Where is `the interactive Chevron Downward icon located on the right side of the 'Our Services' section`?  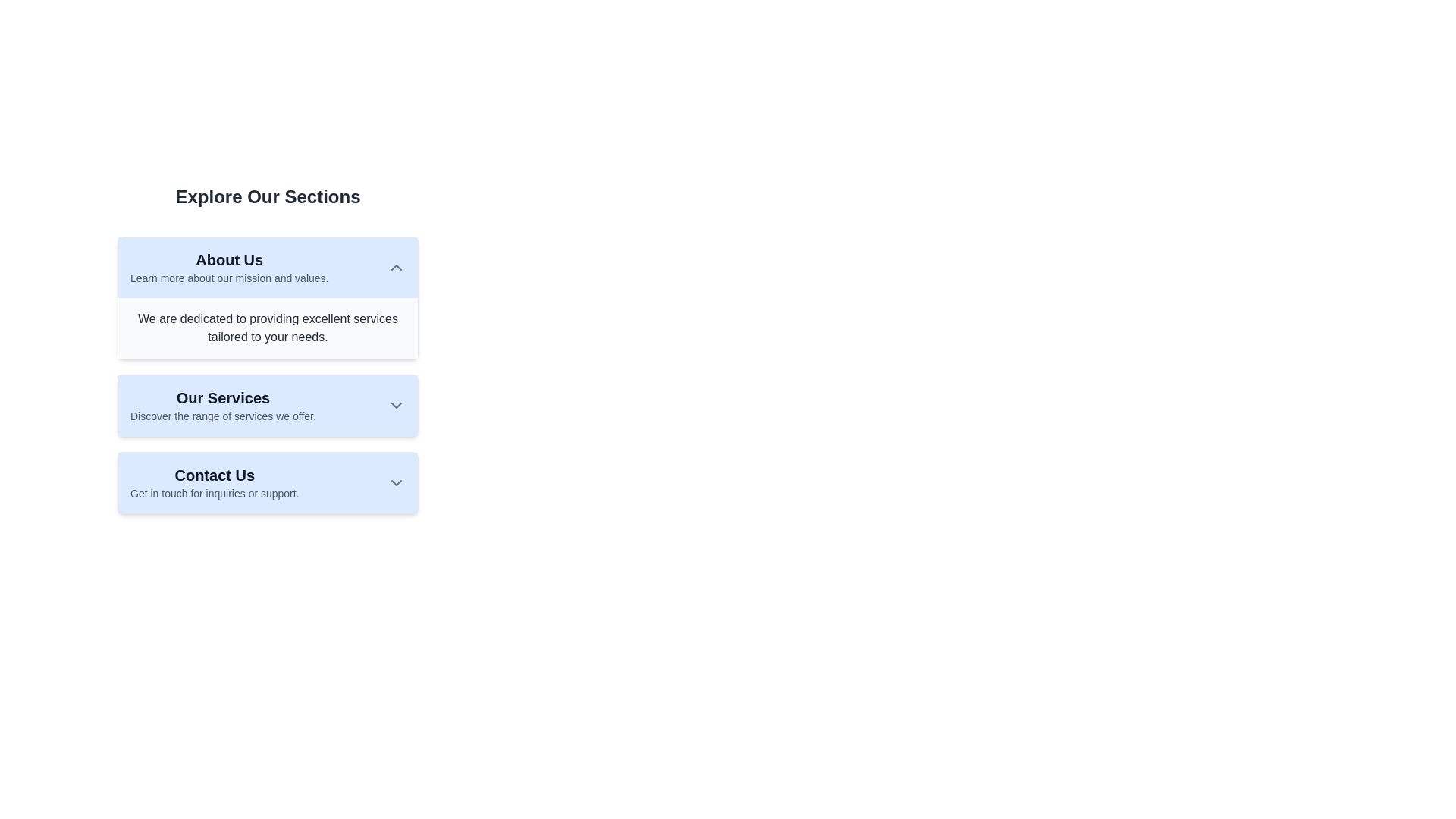
the interactive Chevron Downward icon located on the right side of the 'Our Services' section is located at coordinates (397, 405).